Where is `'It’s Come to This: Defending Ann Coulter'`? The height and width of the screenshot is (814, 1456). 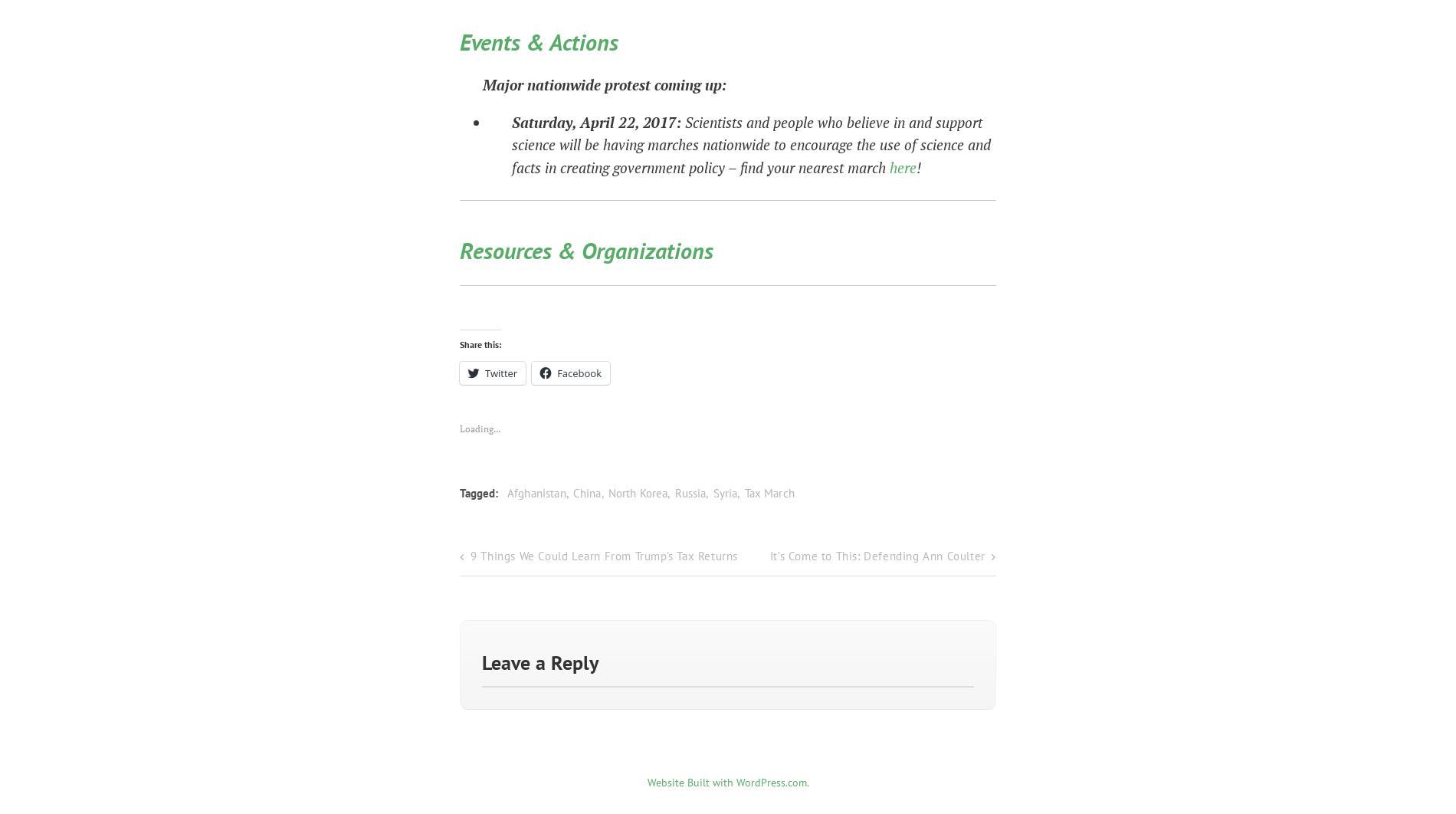
'It’s Come to This: Defending Ann Coulter' is located at coordinates (877, 551).